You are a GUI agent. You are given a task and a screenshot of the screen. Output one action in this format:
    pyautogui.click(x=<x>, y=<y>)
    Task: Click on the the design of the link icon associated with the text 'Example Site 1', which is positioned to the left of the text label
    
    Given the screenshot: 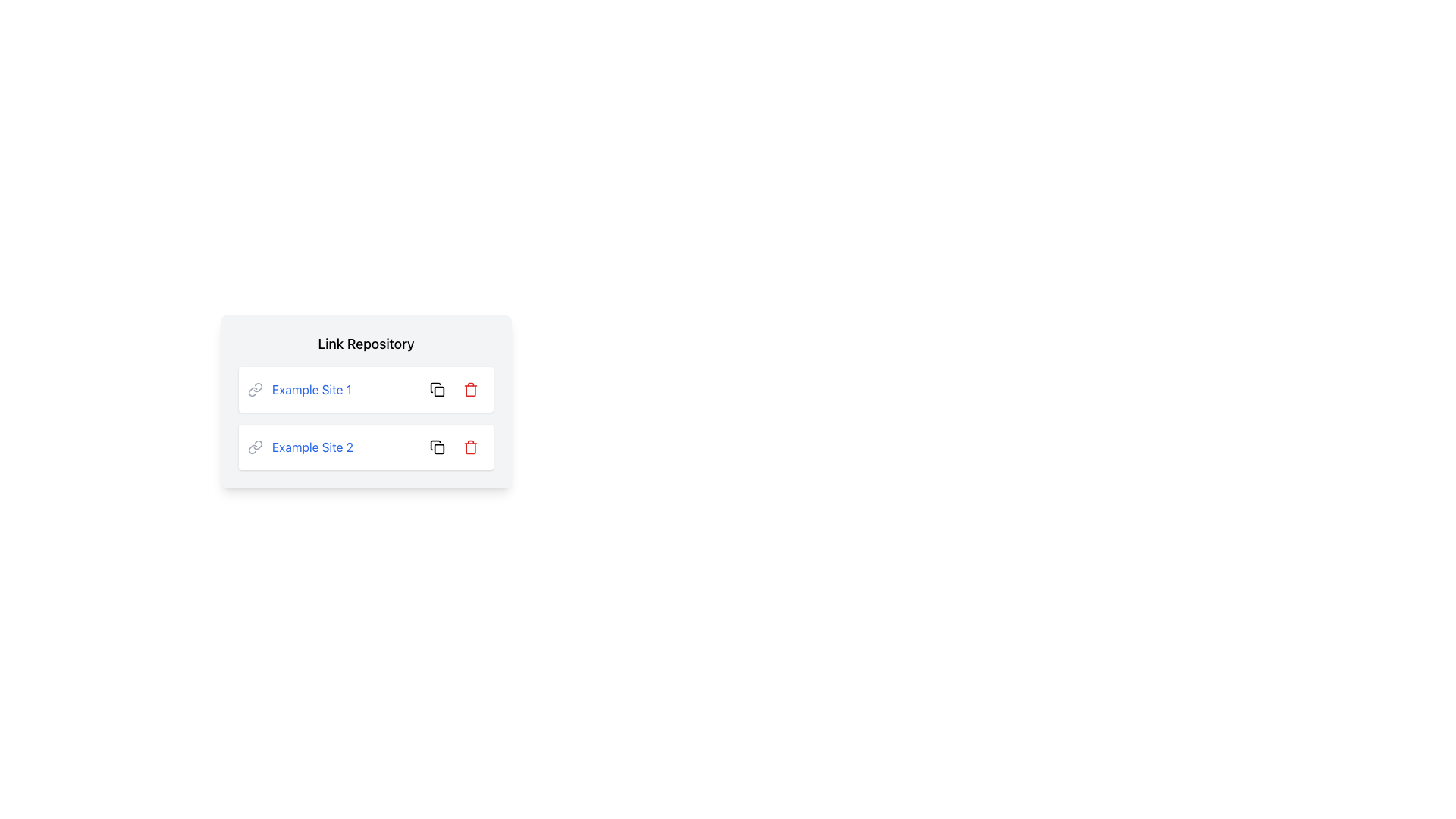 What is the action you would take?
    pyautogui.click(x=255, y=388)
    